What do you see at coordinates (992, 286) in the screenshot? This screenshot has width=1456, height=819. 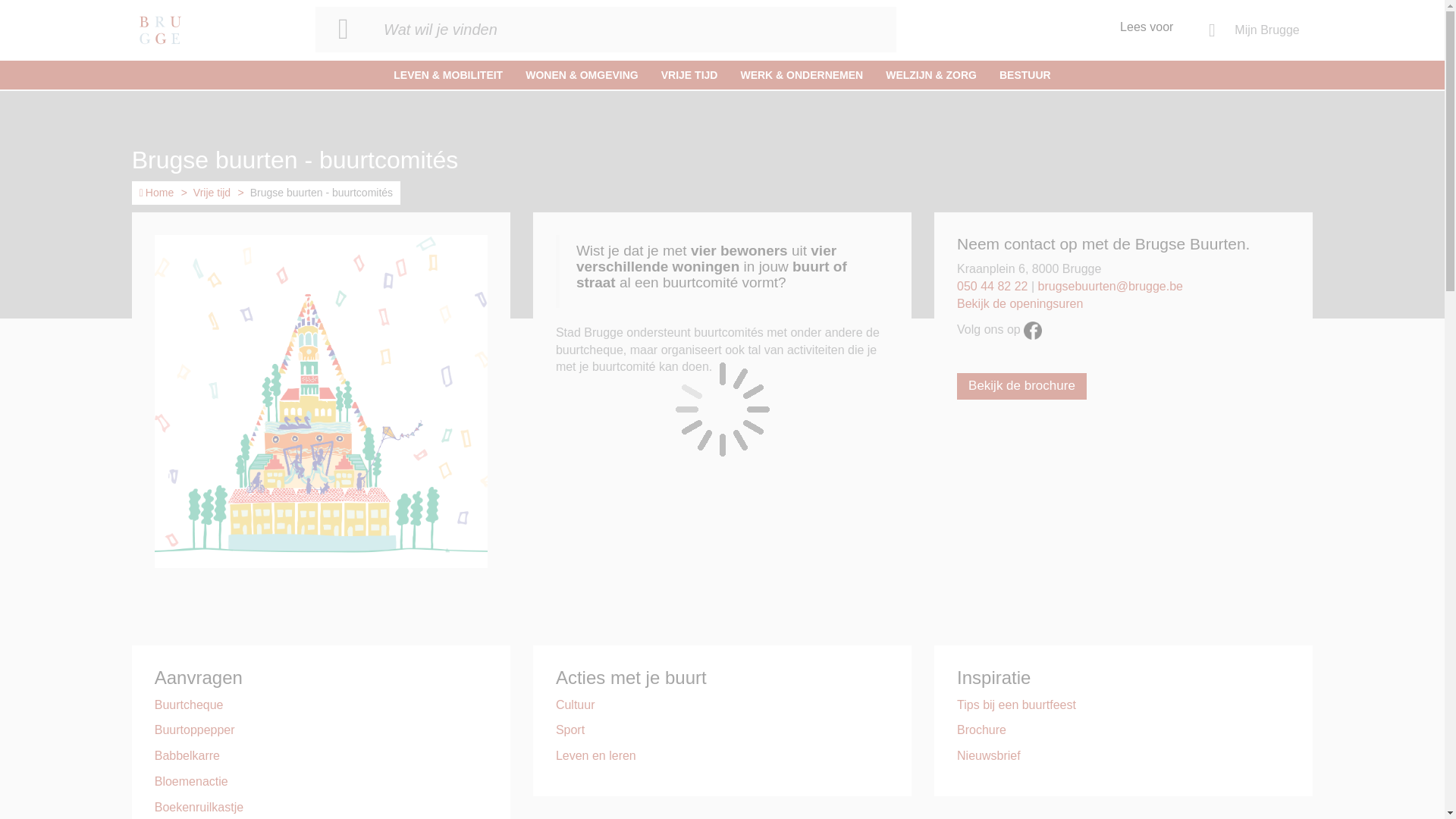 I see `'050 44 82 22'` at bounding box center [992, 286].